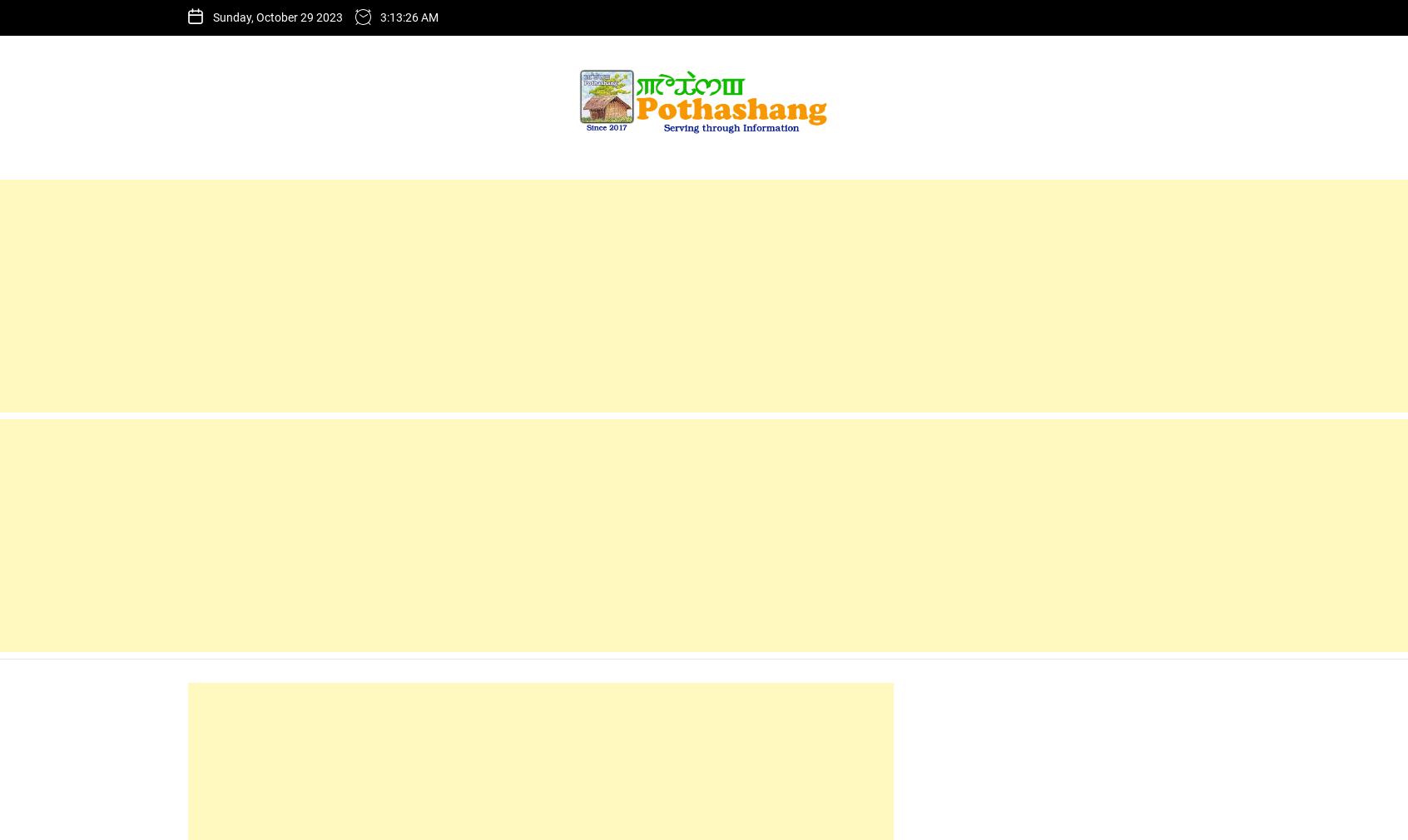 This screenshot has height=840, width=1408. I want to click on 'Next:', so click(564, 41).